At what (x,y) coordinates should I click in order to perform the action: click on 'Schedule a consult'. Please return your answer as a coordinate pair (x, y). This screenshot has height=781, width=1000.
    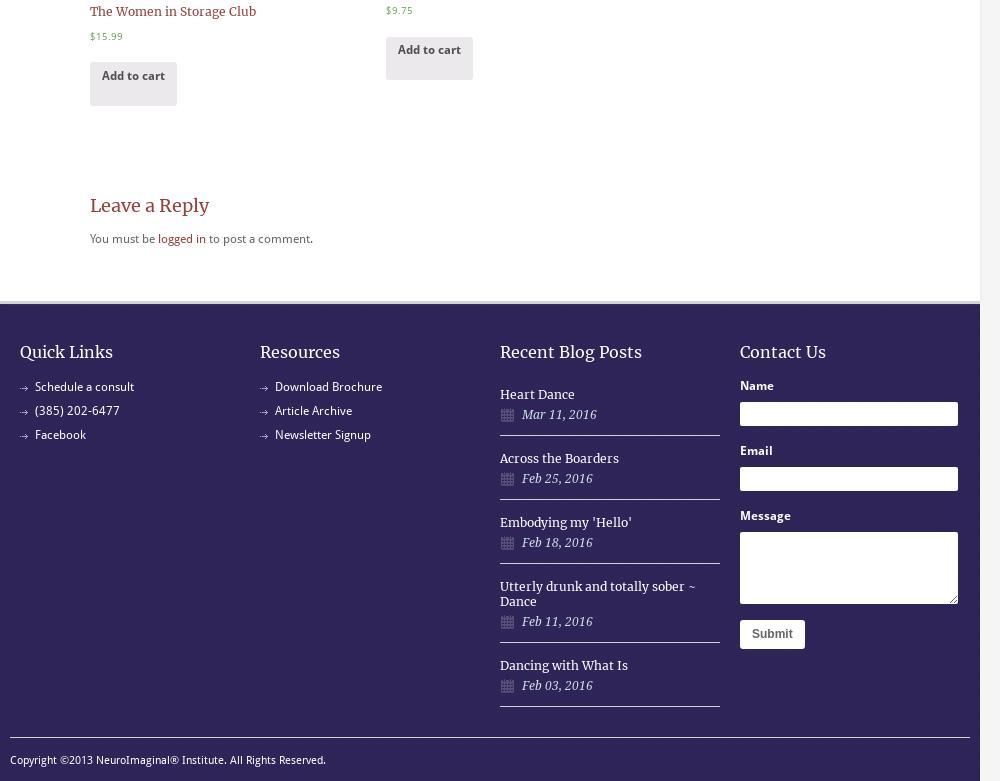
    Looking at the image, I should click on (83, 385).